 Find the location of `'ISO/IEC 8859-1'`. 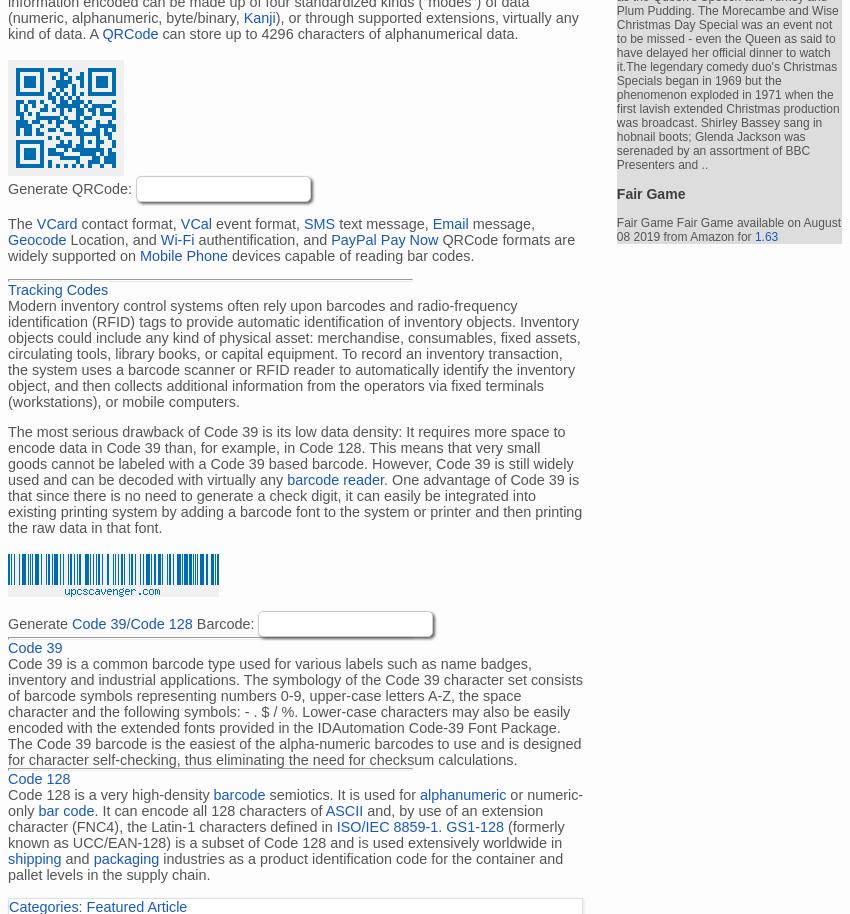

'ISO/IEC 8859-1' is located at coordinates (336, 826).